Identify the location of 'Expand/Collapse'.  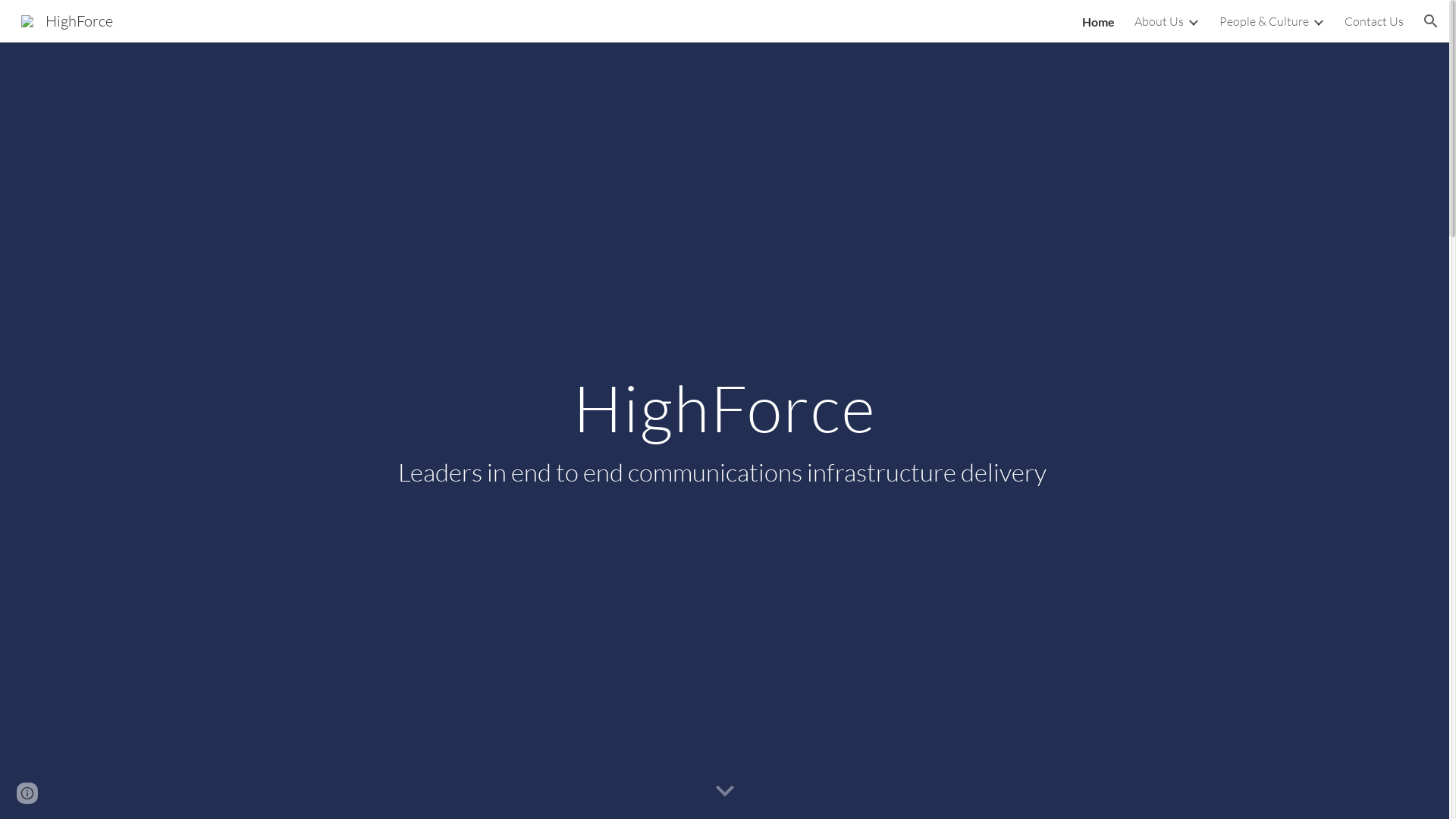
(1316, 20).